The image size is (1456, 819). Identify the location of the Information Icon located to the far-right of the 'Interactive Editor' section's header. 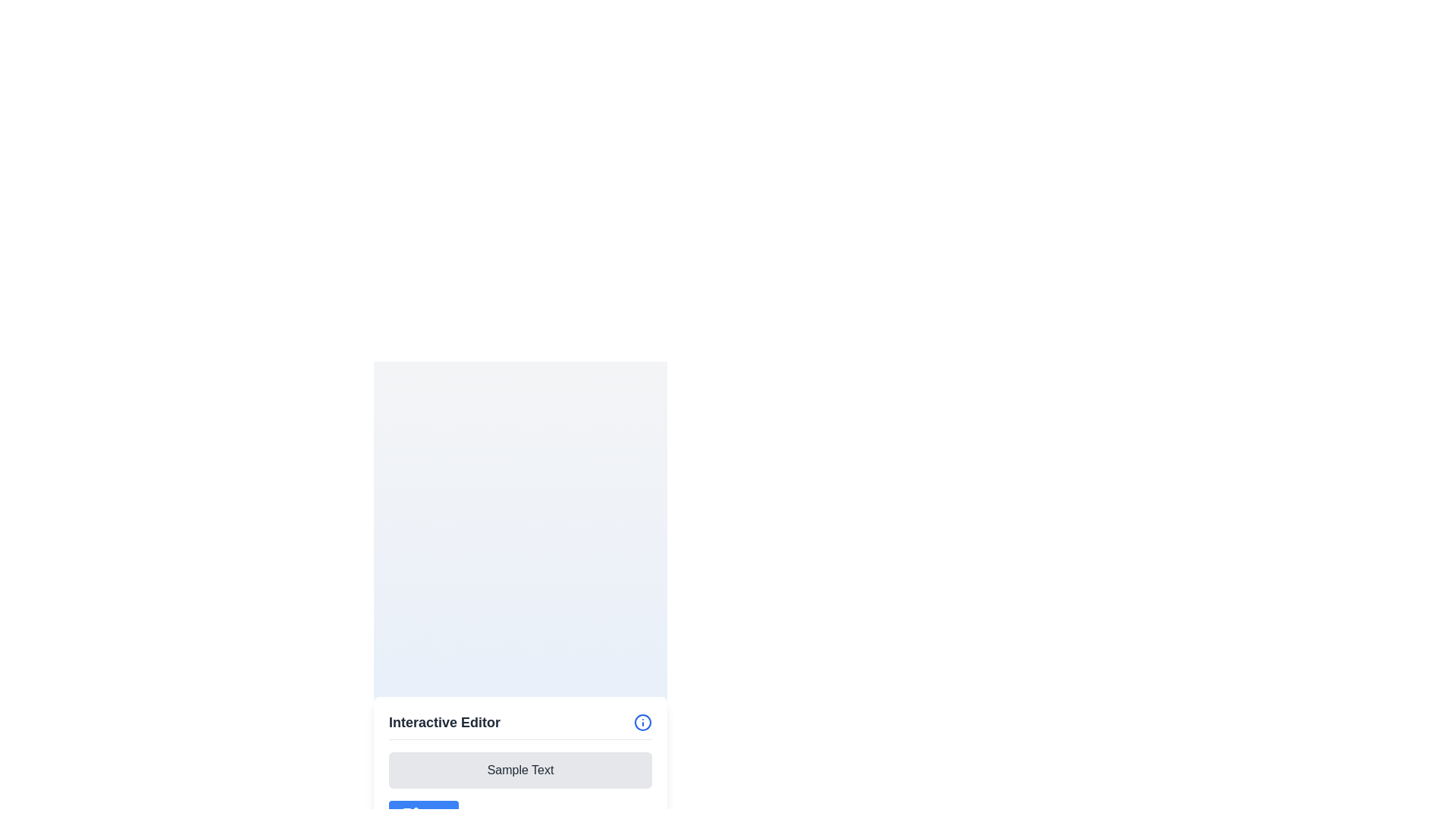
(643, 721).